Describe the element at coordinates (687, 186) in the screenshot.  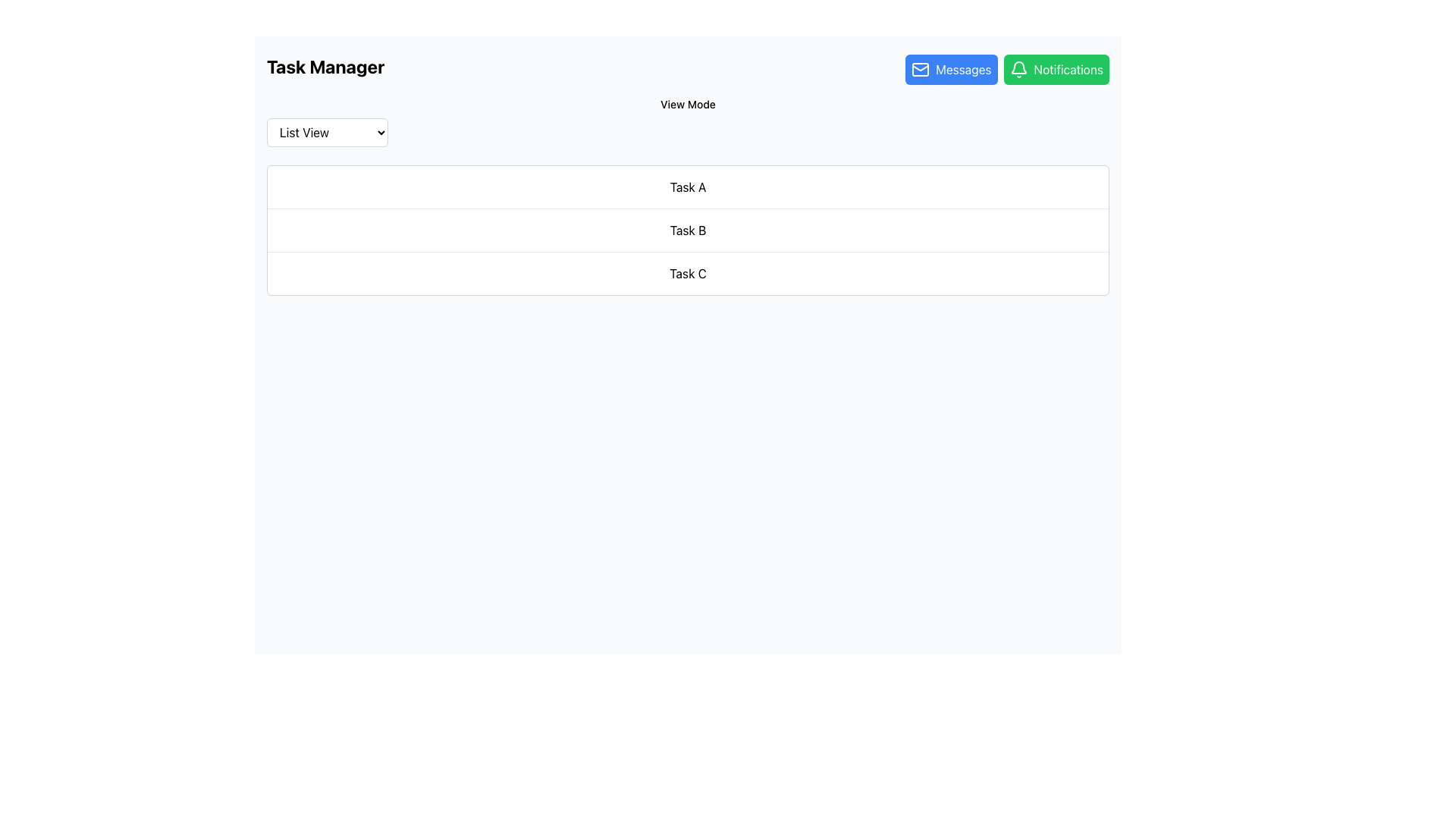
I see `the text display element labeled 'Task A', which is the first item in the list of tasks` at that location.